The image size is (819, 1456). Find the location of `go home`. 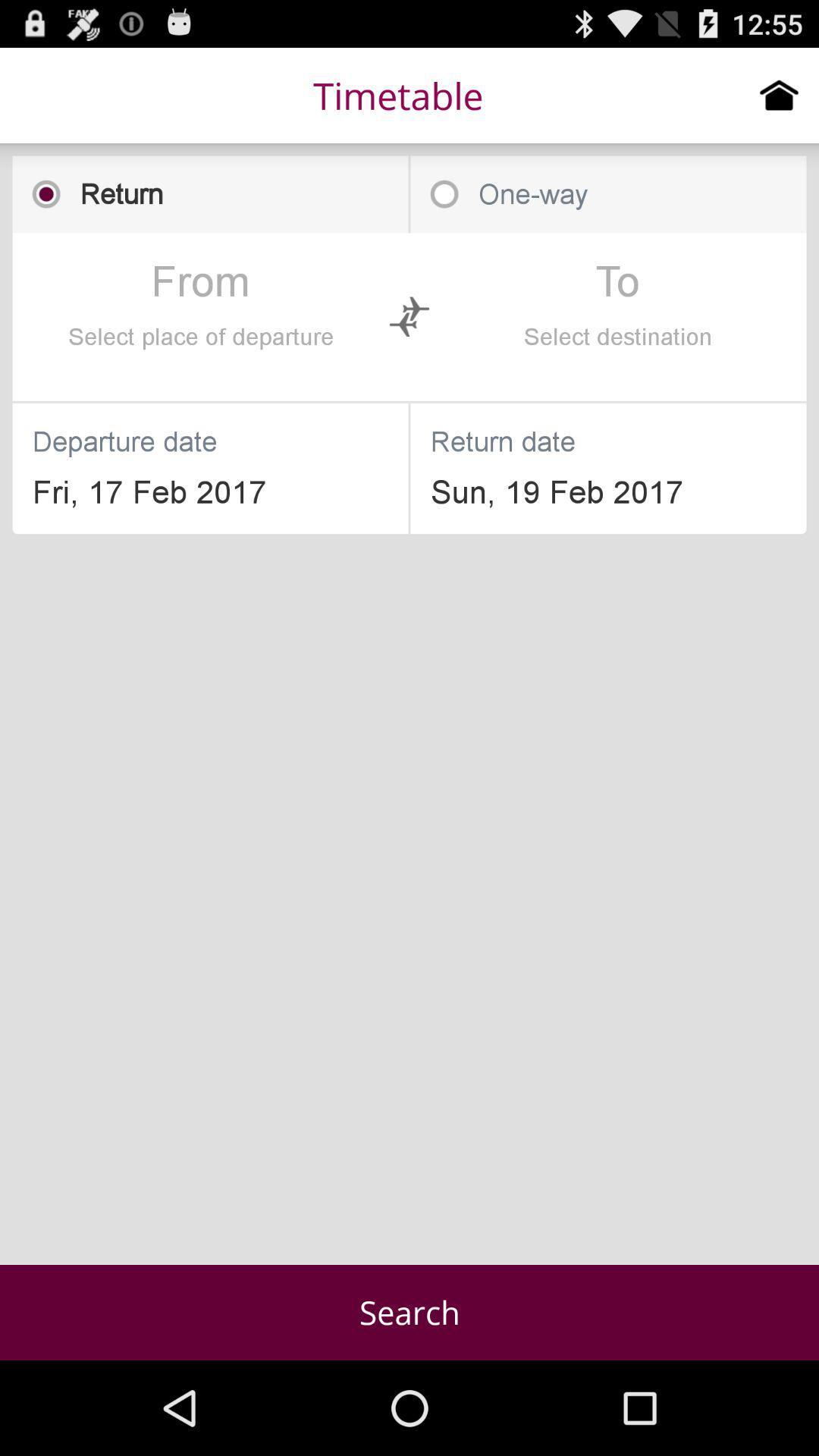

go home is located at coordinates (779, 94).